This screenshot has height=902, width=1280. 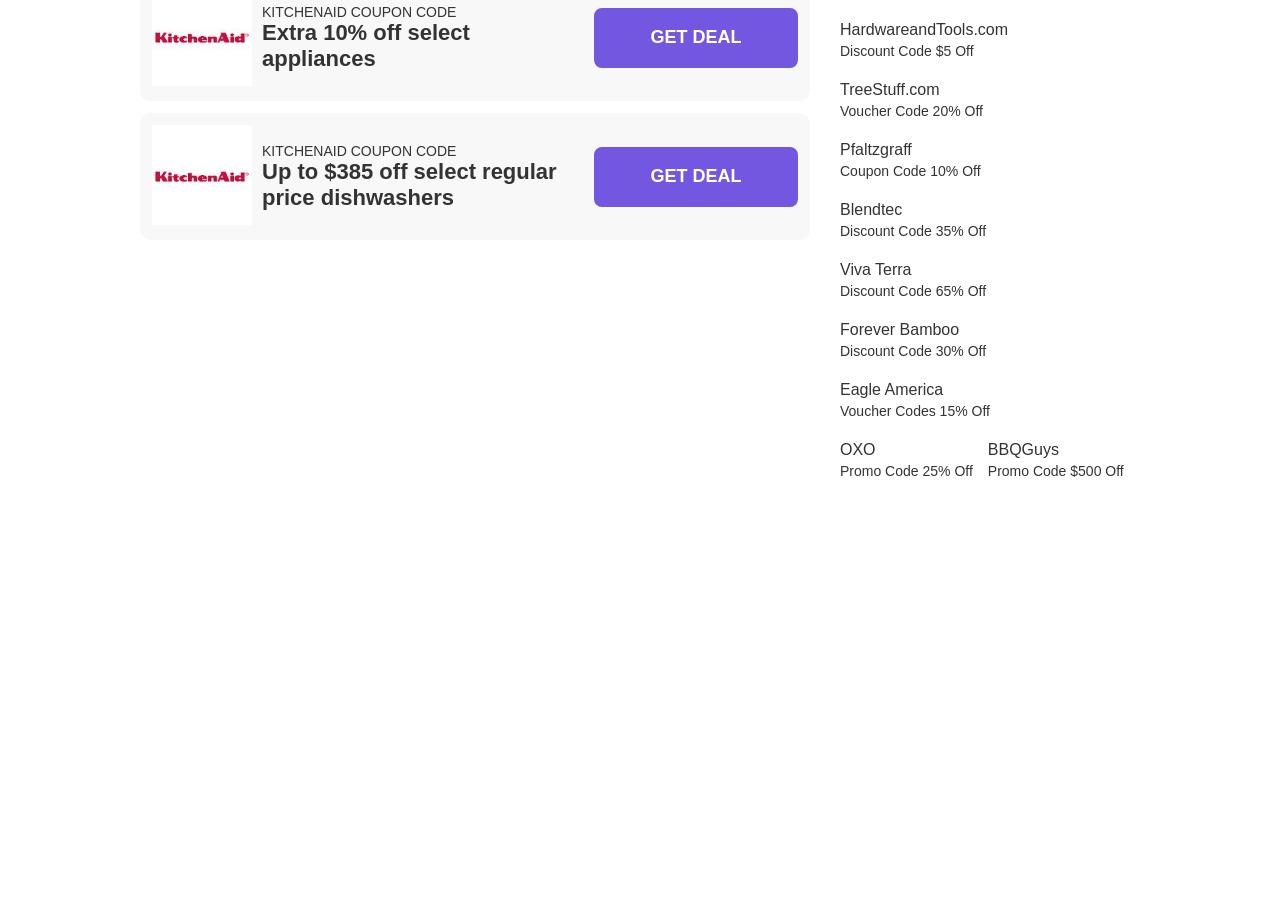 What do you see at coordinates (913, 409) in the screenshot?
I see `'Voucher Codes 15% Off'` at bounding box center [913, 409].